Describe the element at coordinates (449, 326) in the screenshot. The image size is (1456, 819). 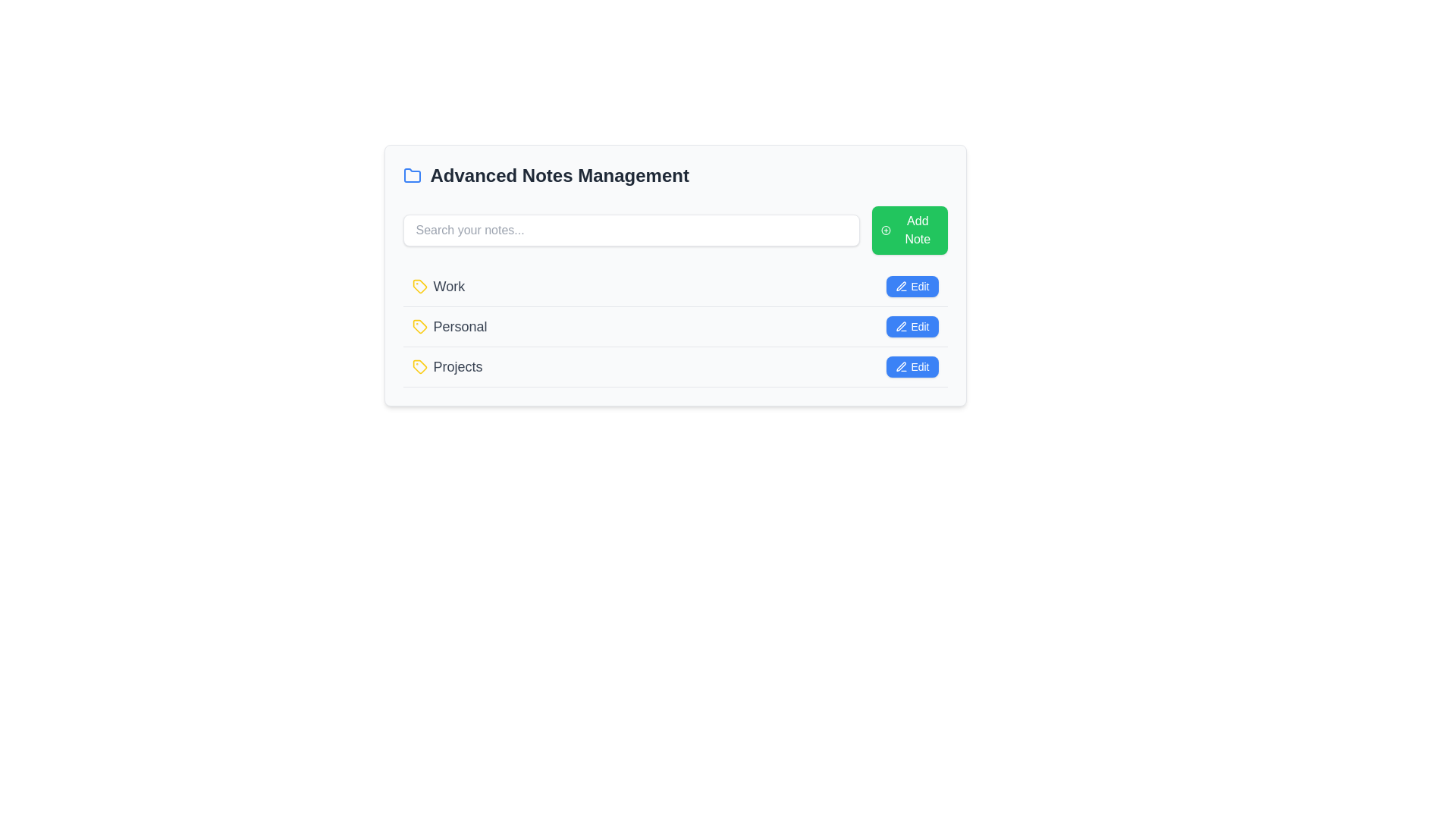
I see `the 'Personal' Text Label which is located between 'Work' and 'Projects' under the 'Advanced Notes Management' section` at that location.